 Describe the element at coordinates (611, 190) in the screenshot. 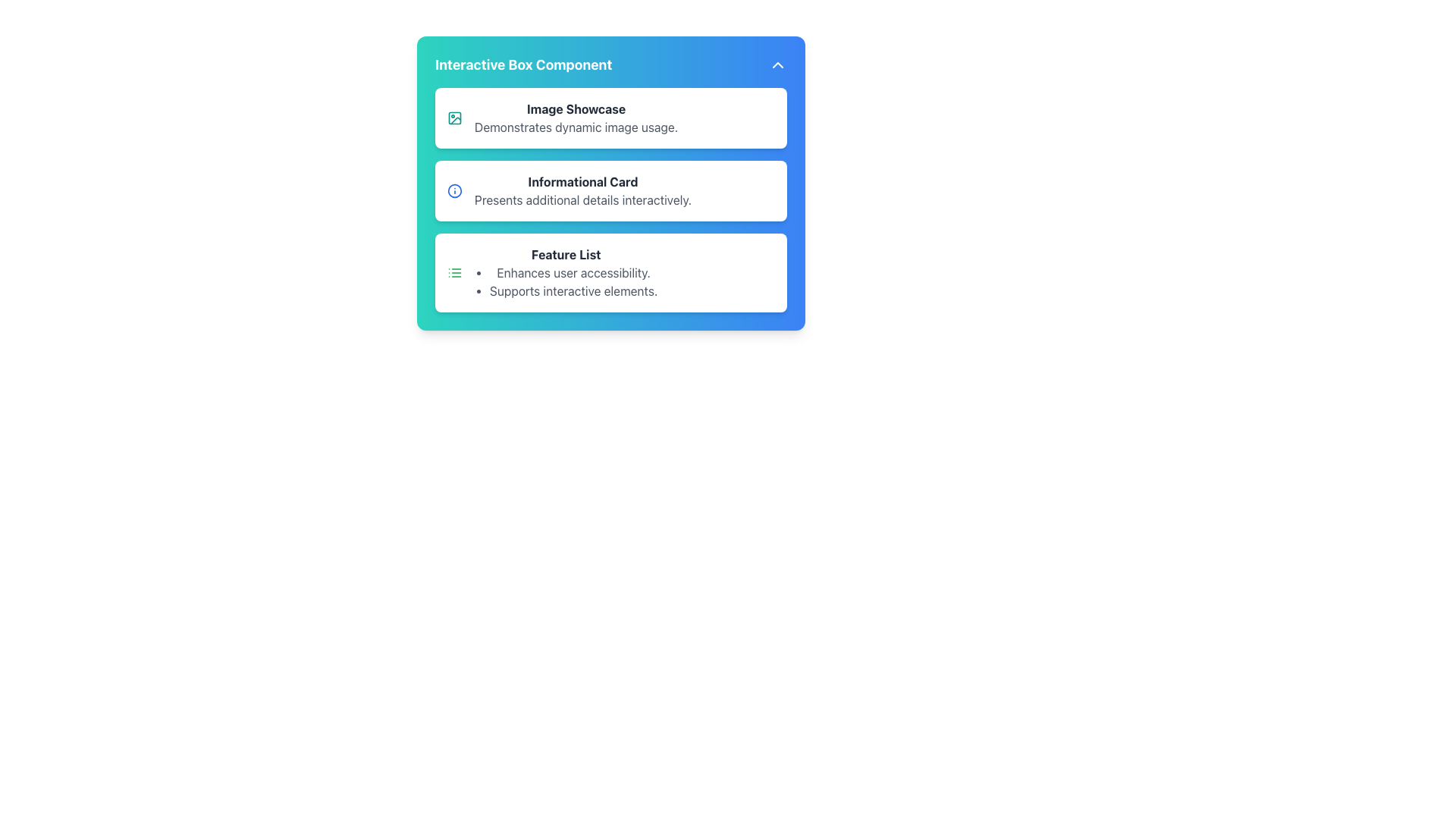

I see `the details provided in the Informational Card, which is a rectangular white card with a blue information icon and two lines of text, located at the specified coordinates` at that location.